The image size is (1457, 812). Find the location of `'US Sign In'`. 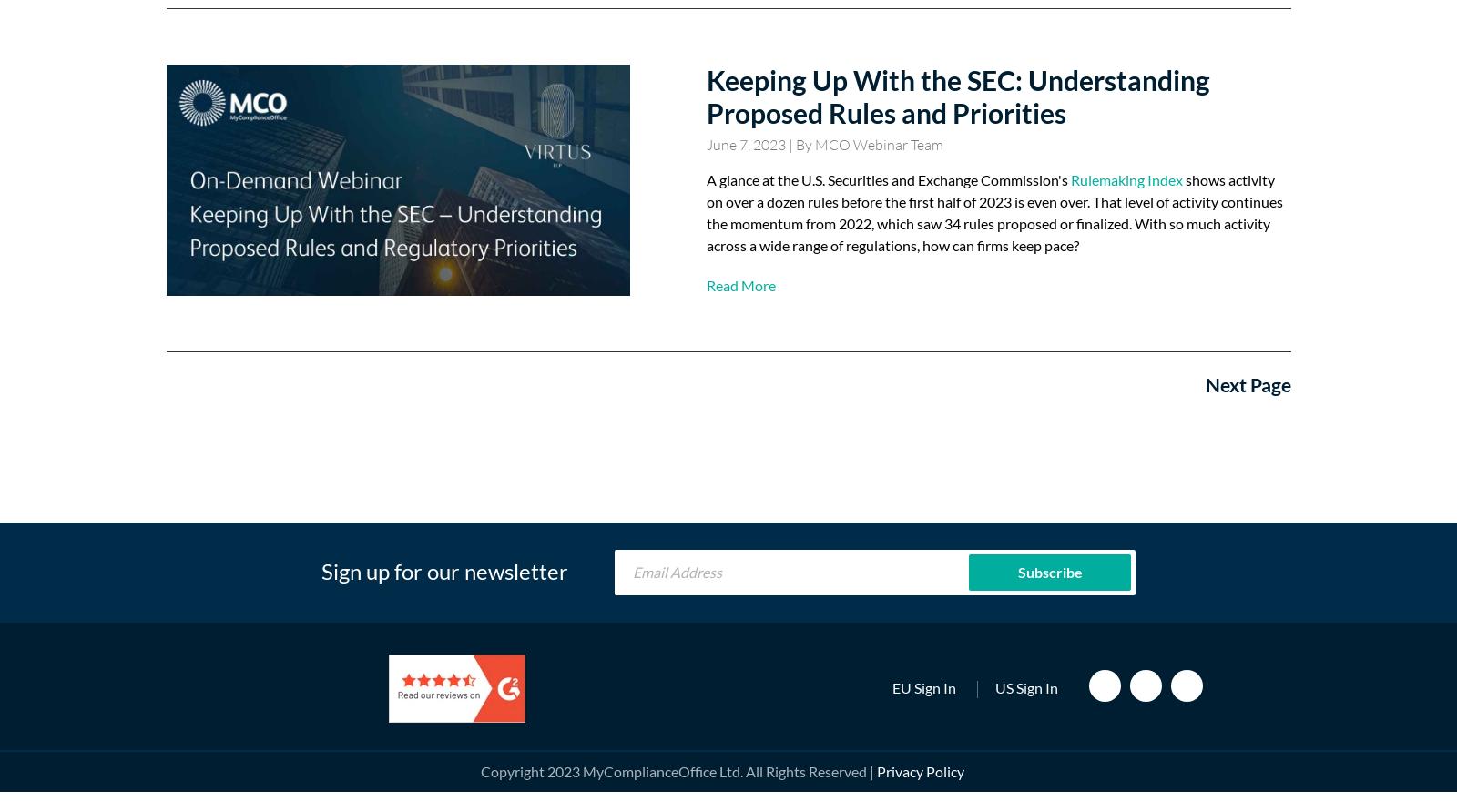

'US Sign In' is located at coordinates (1025, 687).